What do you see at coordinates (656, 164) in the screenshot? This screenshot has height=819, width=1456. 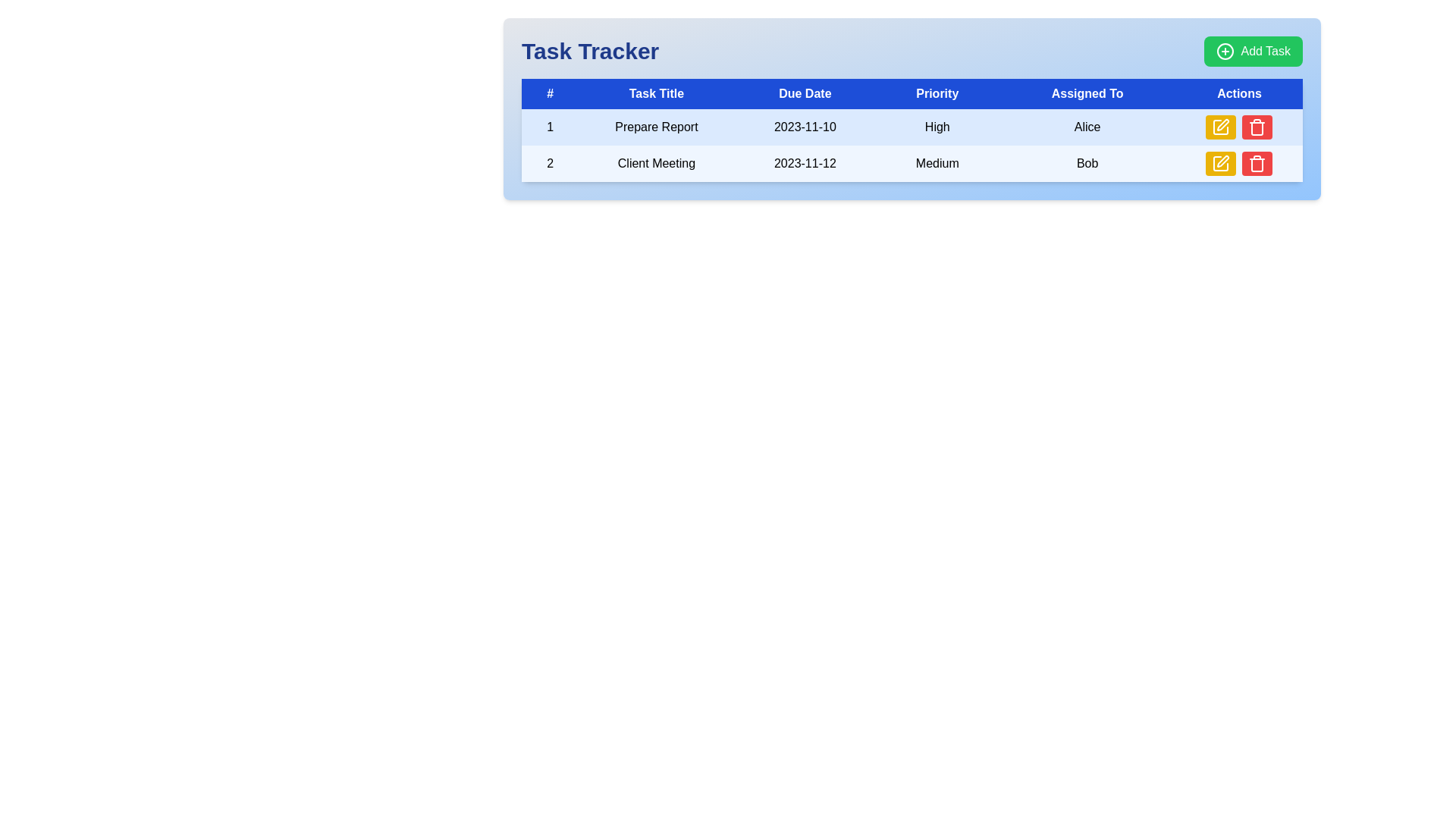 I see `the Text Label that serves as a descriptive title for the task entry with ID '2' in the 'Task Title' column` at bounding box center [656, 164].